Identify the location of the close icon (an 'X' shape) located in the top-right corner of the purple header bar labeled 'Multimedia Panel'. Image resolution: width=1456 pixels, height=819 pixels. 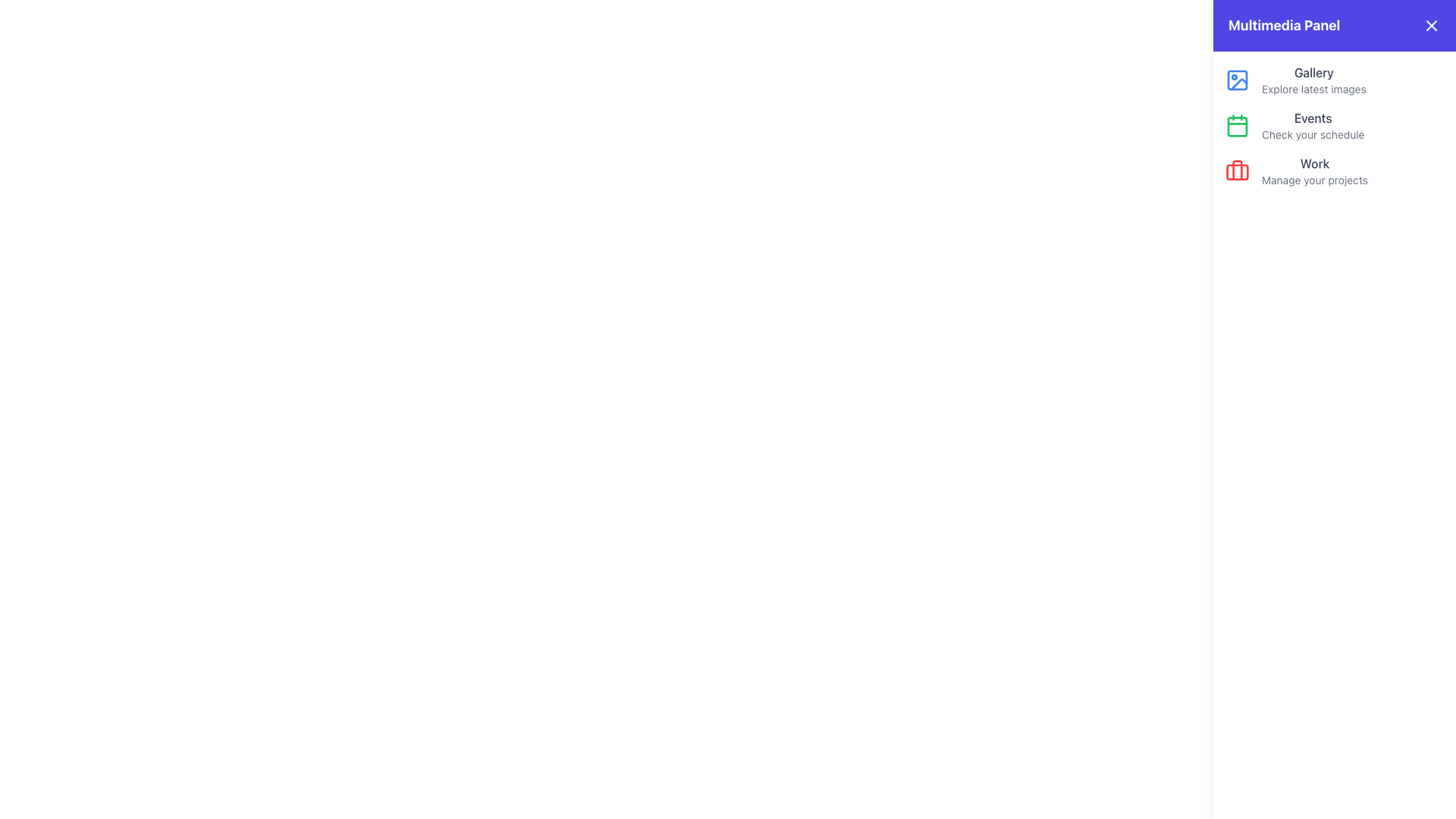
(1430, 26).